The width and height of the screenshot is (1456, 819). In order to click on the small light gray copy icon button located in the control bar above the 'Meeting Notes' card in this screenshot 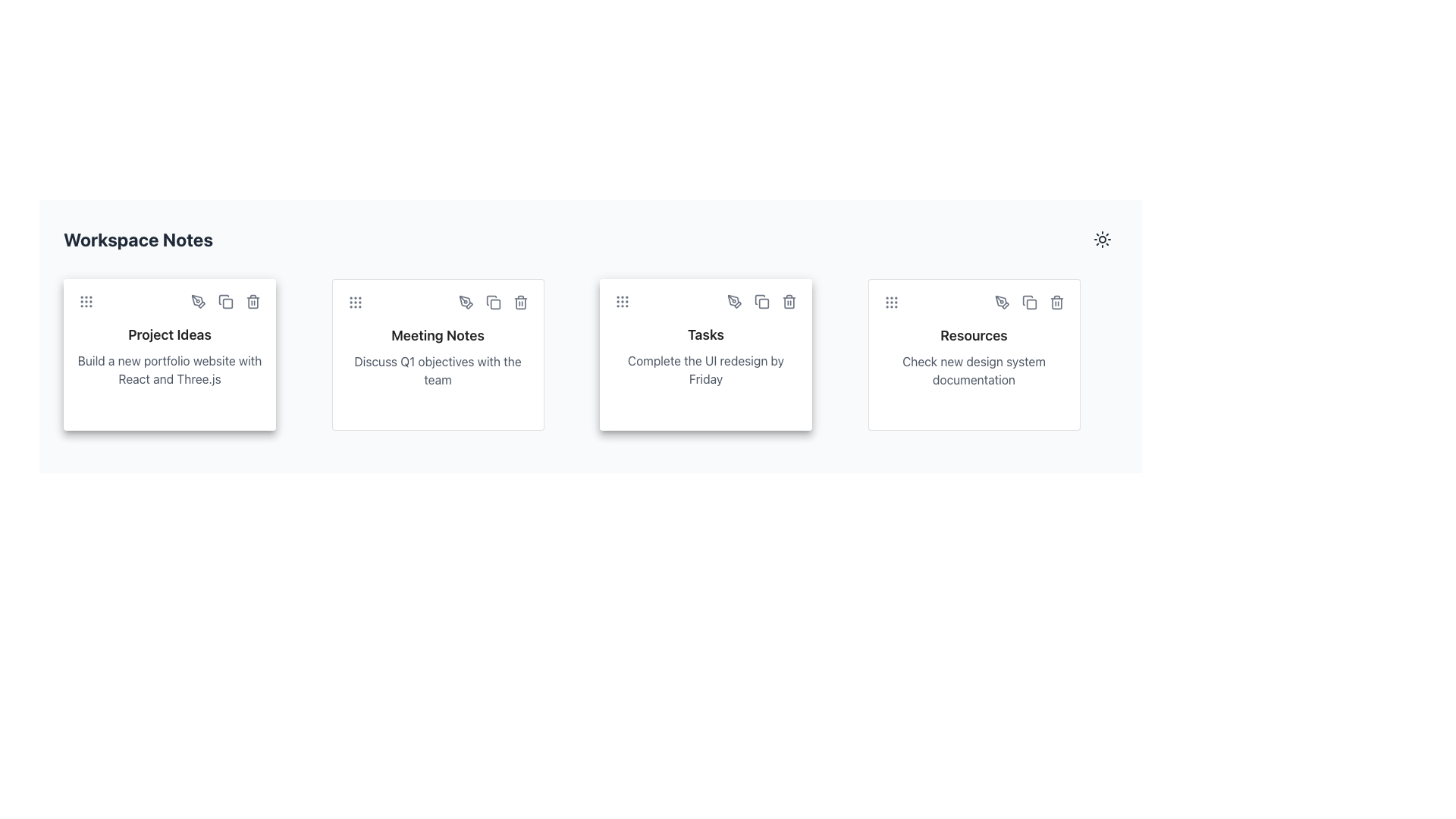, I will do `click(493, 302)`.